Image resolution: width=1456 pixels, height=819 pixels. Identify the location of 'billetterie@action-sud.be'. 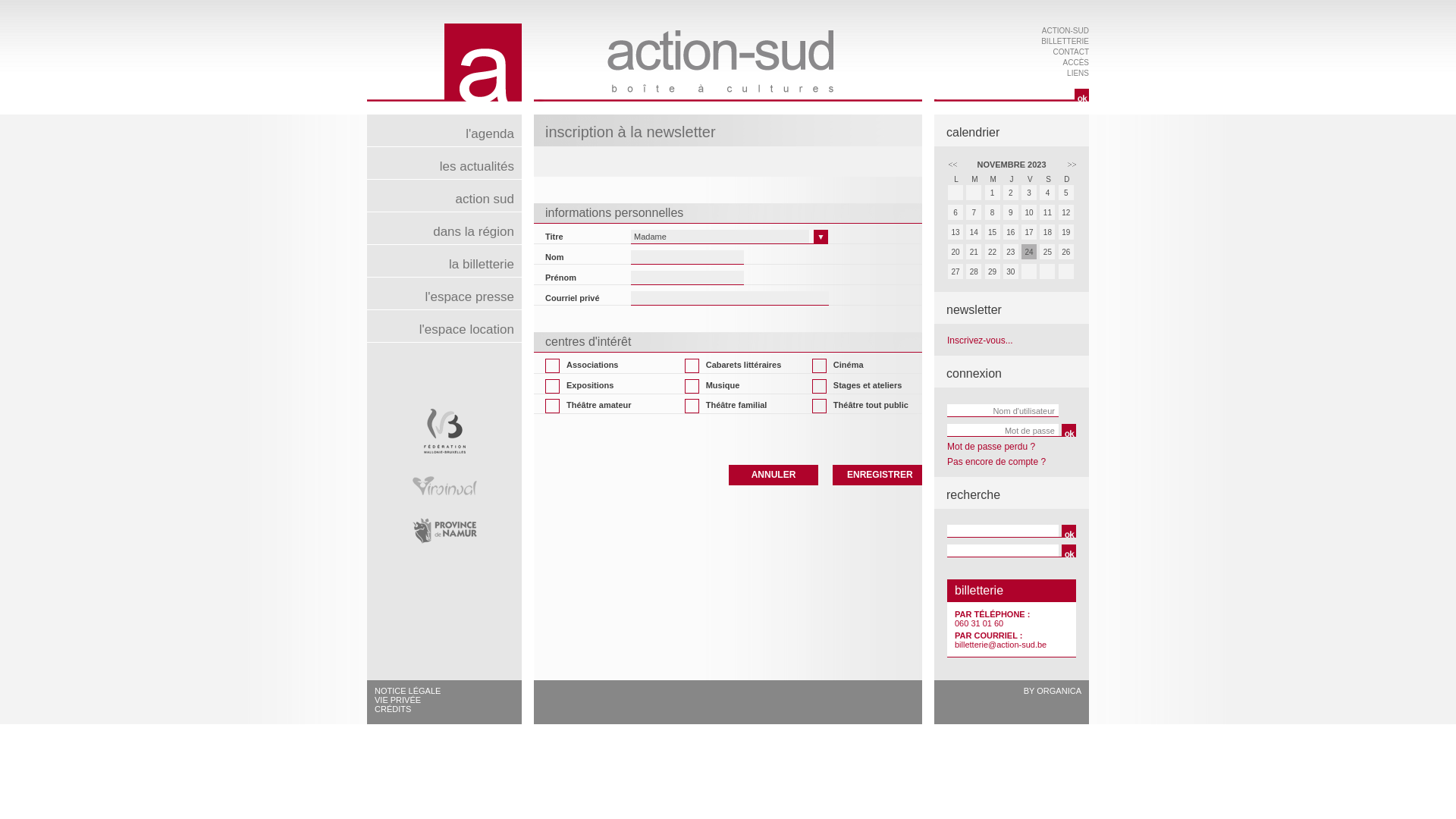
(953, 644).